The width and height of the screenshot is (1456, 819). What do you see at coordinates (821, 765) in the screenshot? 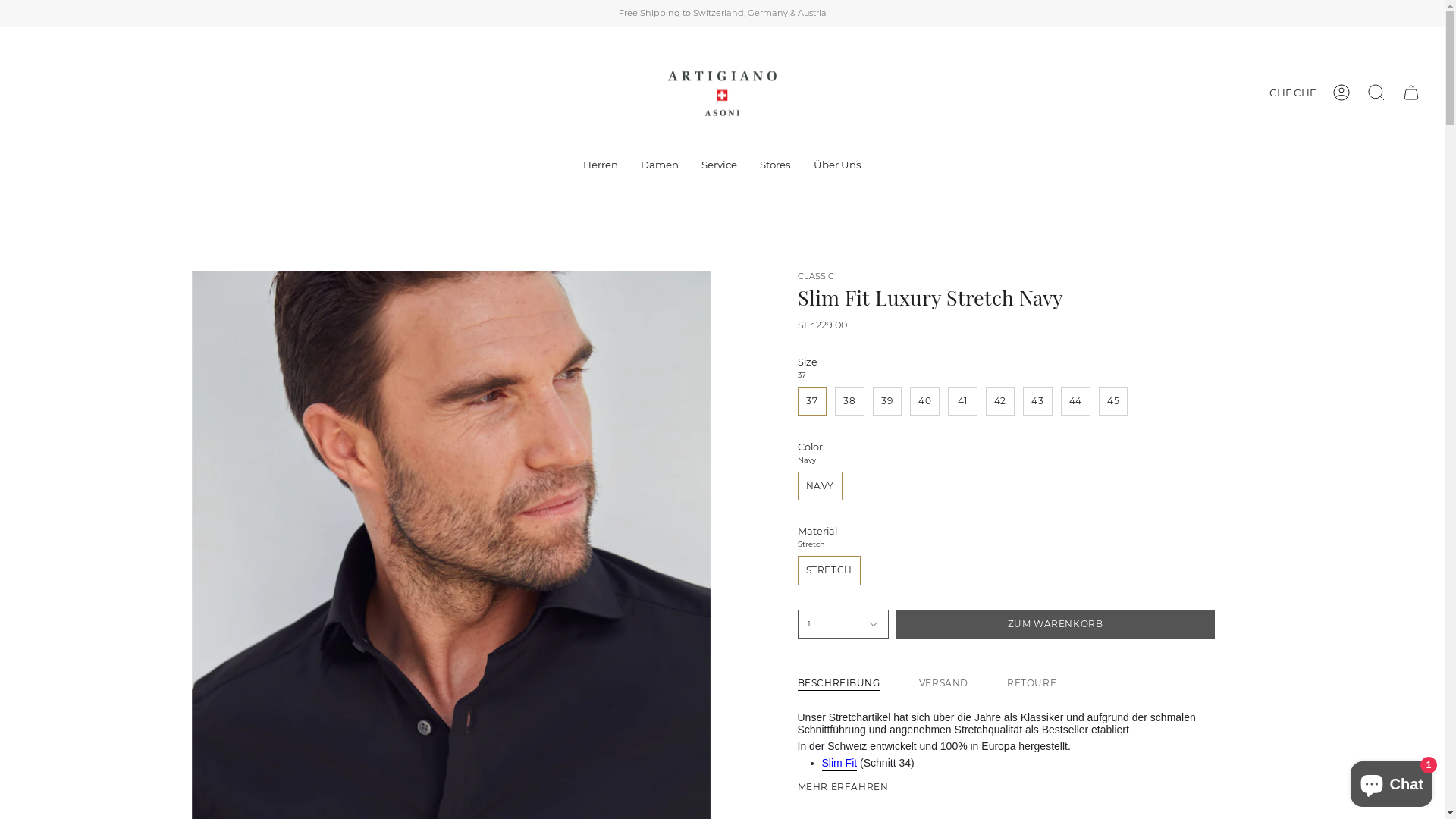
I see `'Slim Fit'` at bounding box center [821, 765].